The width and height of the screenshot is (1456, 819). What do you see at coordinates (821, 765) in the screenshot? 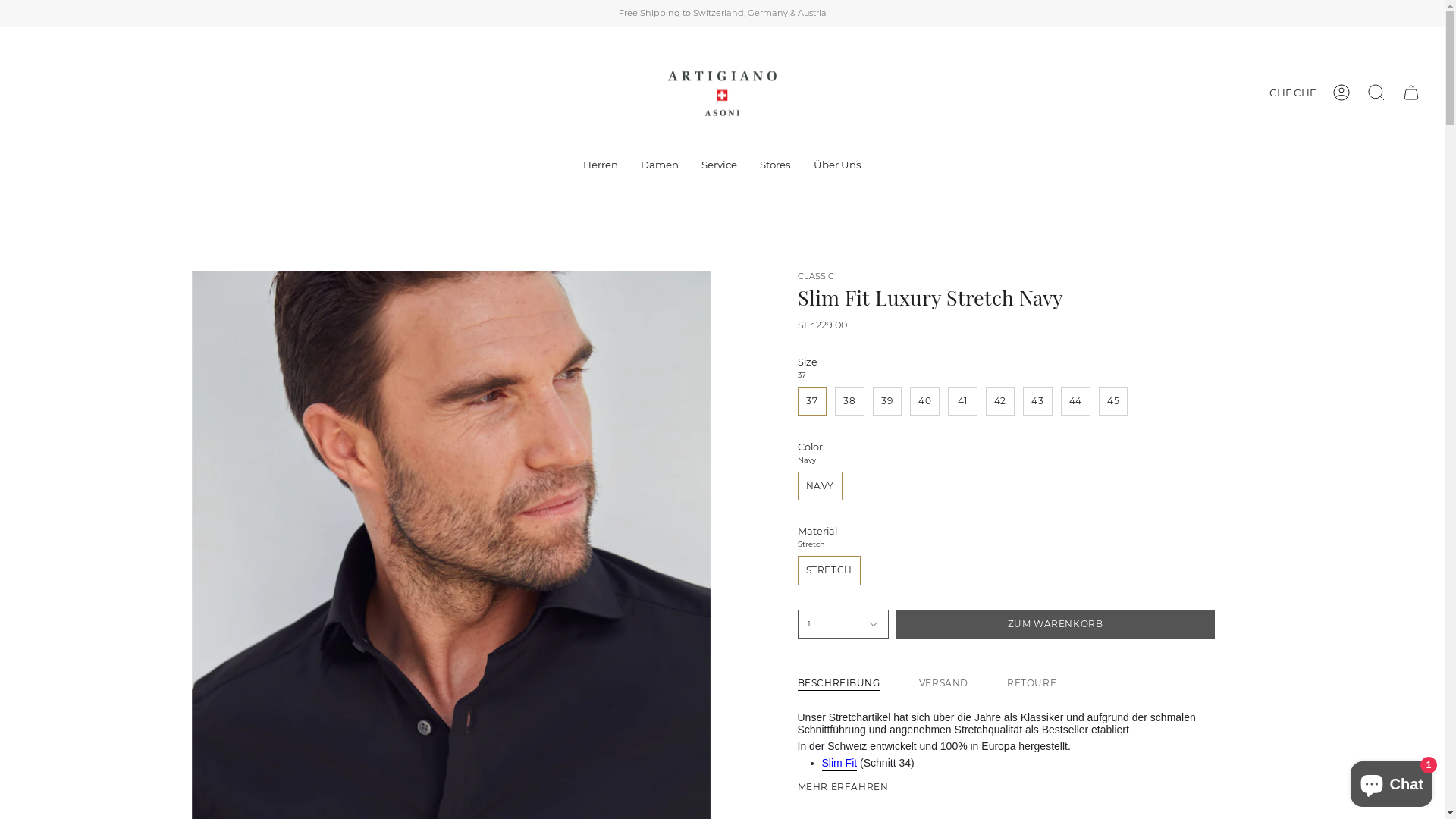
I see `'Slim Fit'` at bounding box center [821, 765].